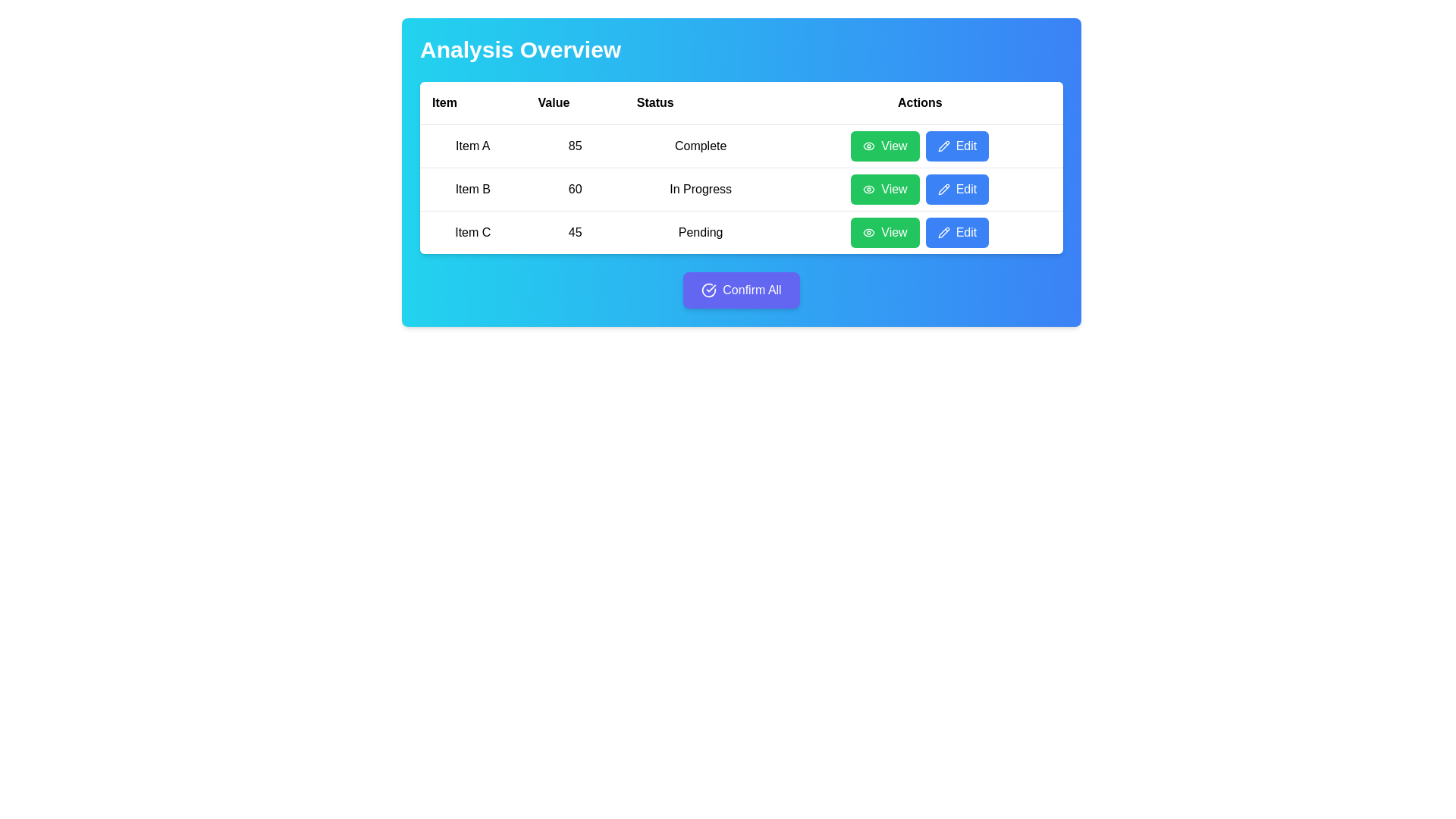  I want to click on the text element displaying 'Pending' in the 'Status' column of the row titled 'Item C' in the 'Analysis Overview' table, so click(700, 232).